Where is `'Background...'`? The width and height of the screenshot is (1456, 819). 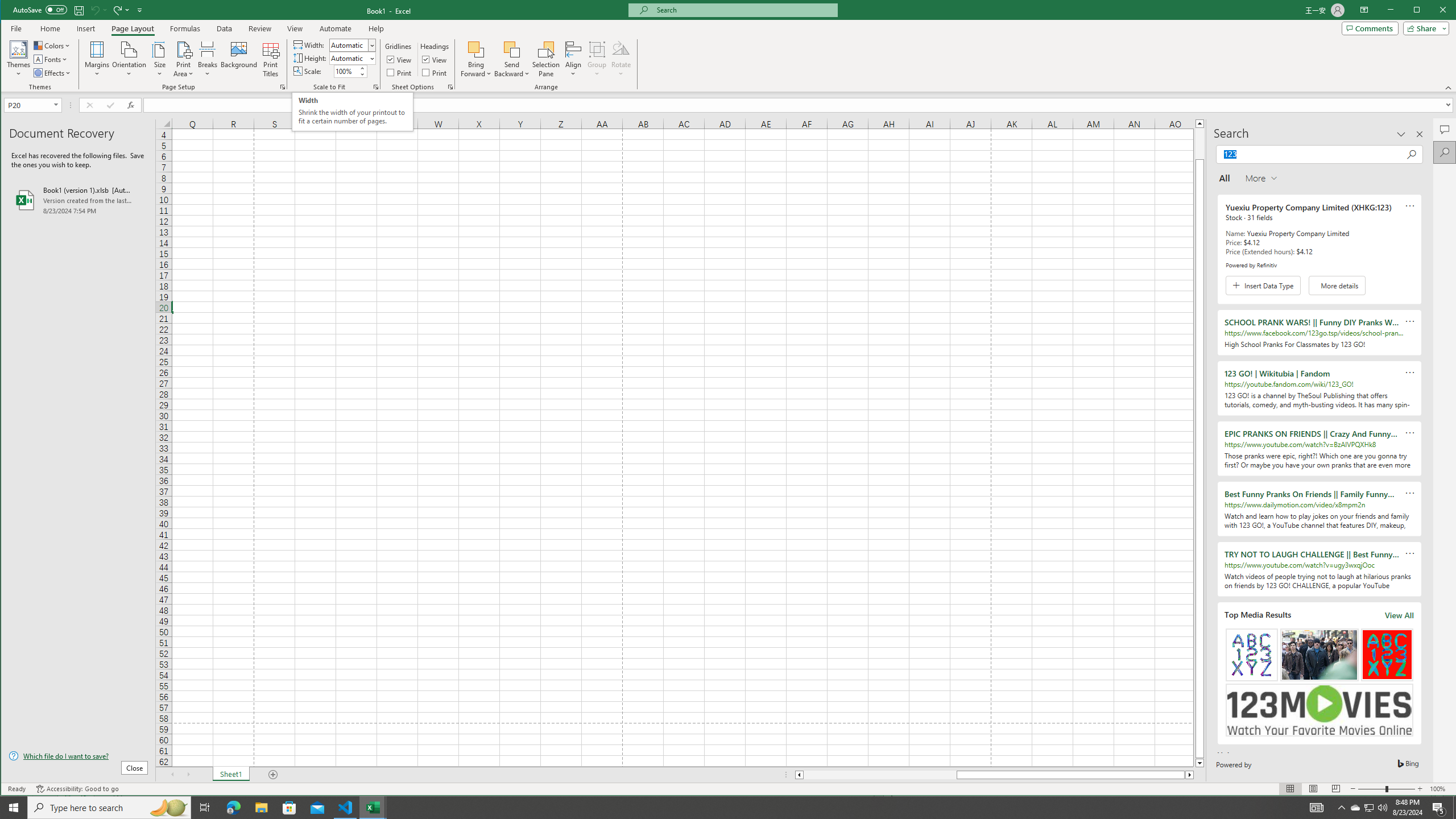
'Background...' is located at coordinates (239, 59).